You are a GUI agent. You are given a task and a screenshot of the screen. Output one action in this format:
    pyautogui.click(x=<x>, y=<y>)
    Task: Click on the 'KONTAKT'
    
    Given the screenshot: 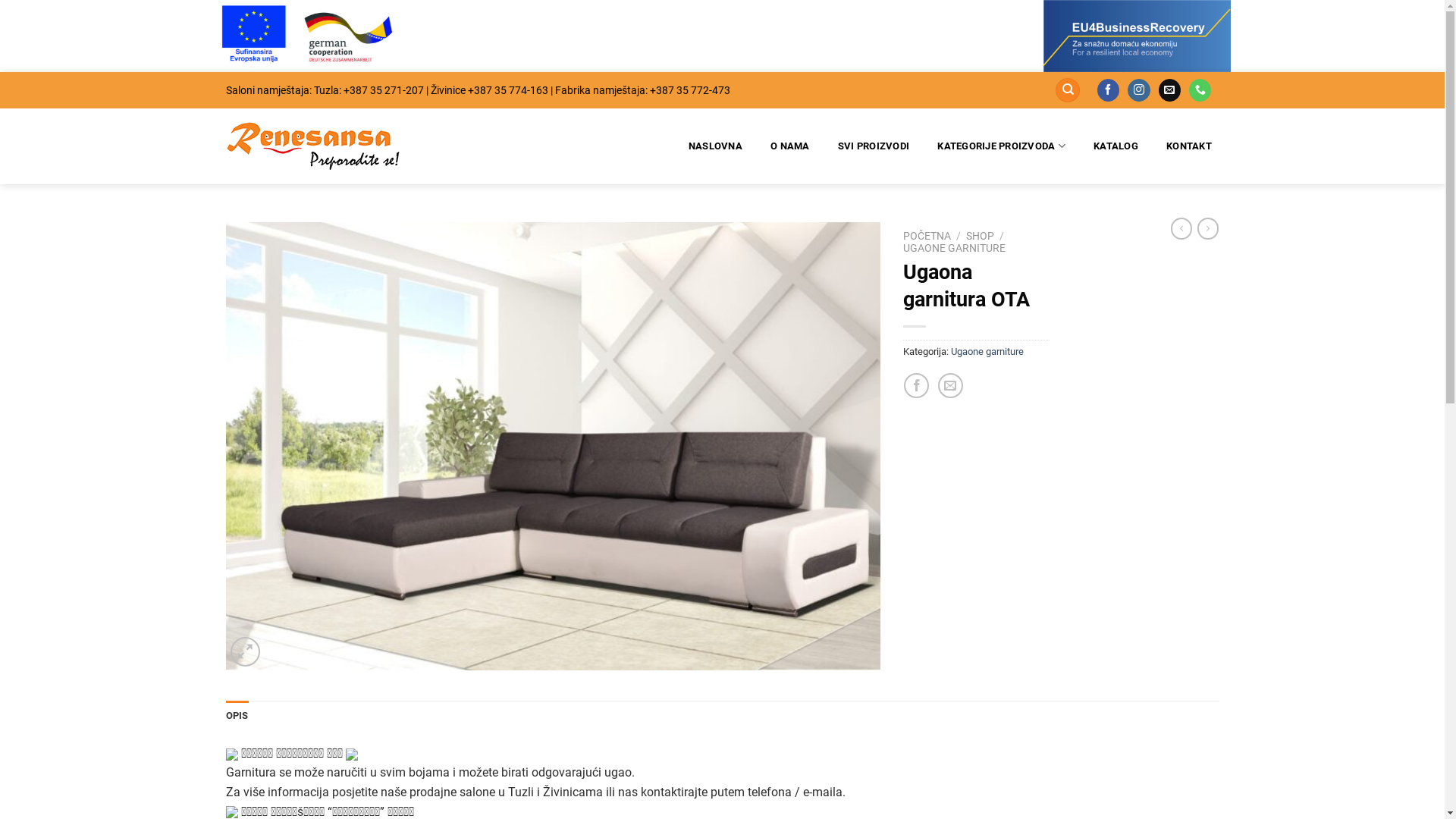 What is the action you would take?
    pyautogui.click(x=1159, y=146)
    